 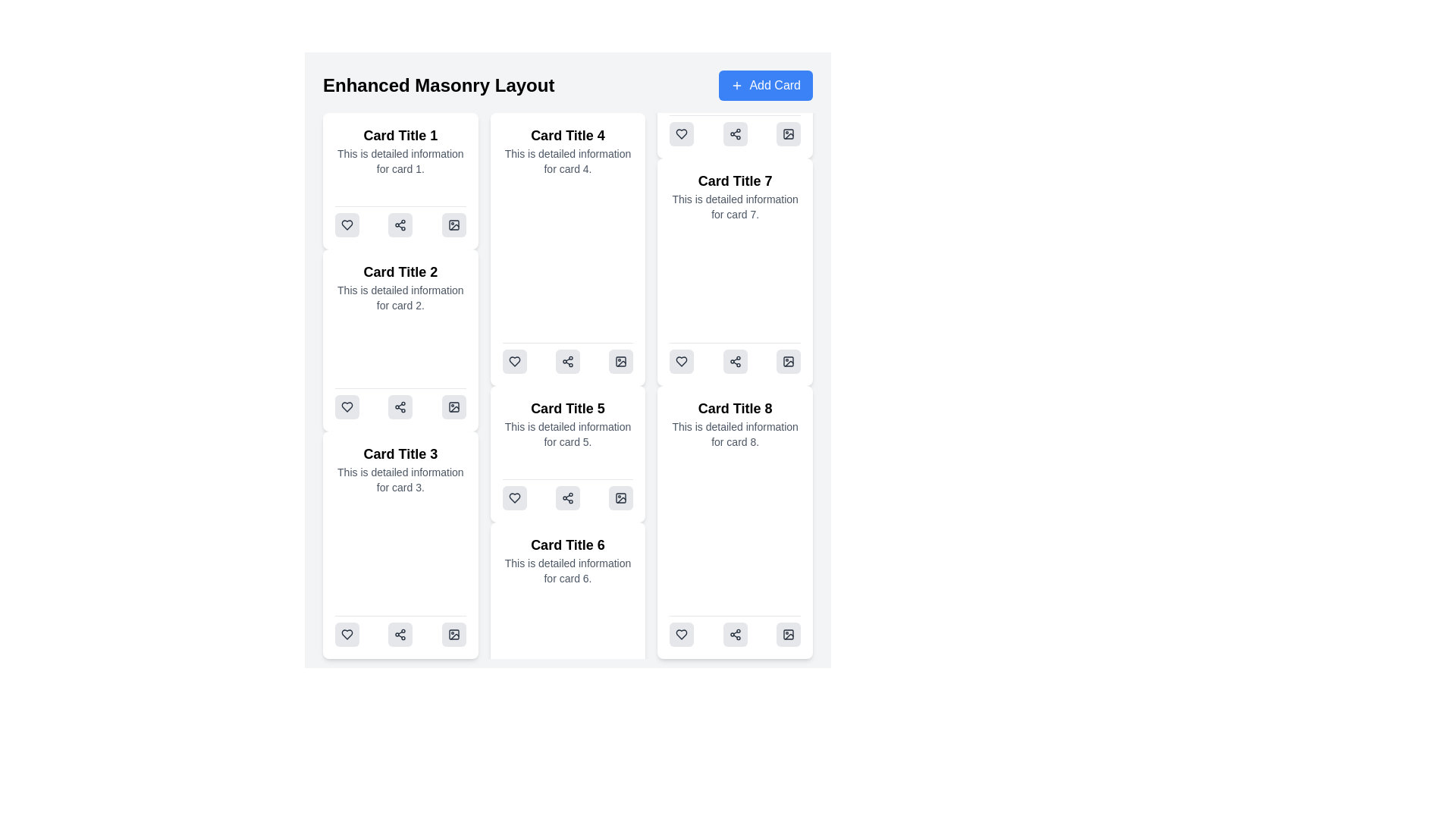 I want to click on the icon button resembling a share symbol located in the upper-right section of the card labeled 'Card Title 7', positioned between a heart icon and an image icon, so click(x=735, y=133).